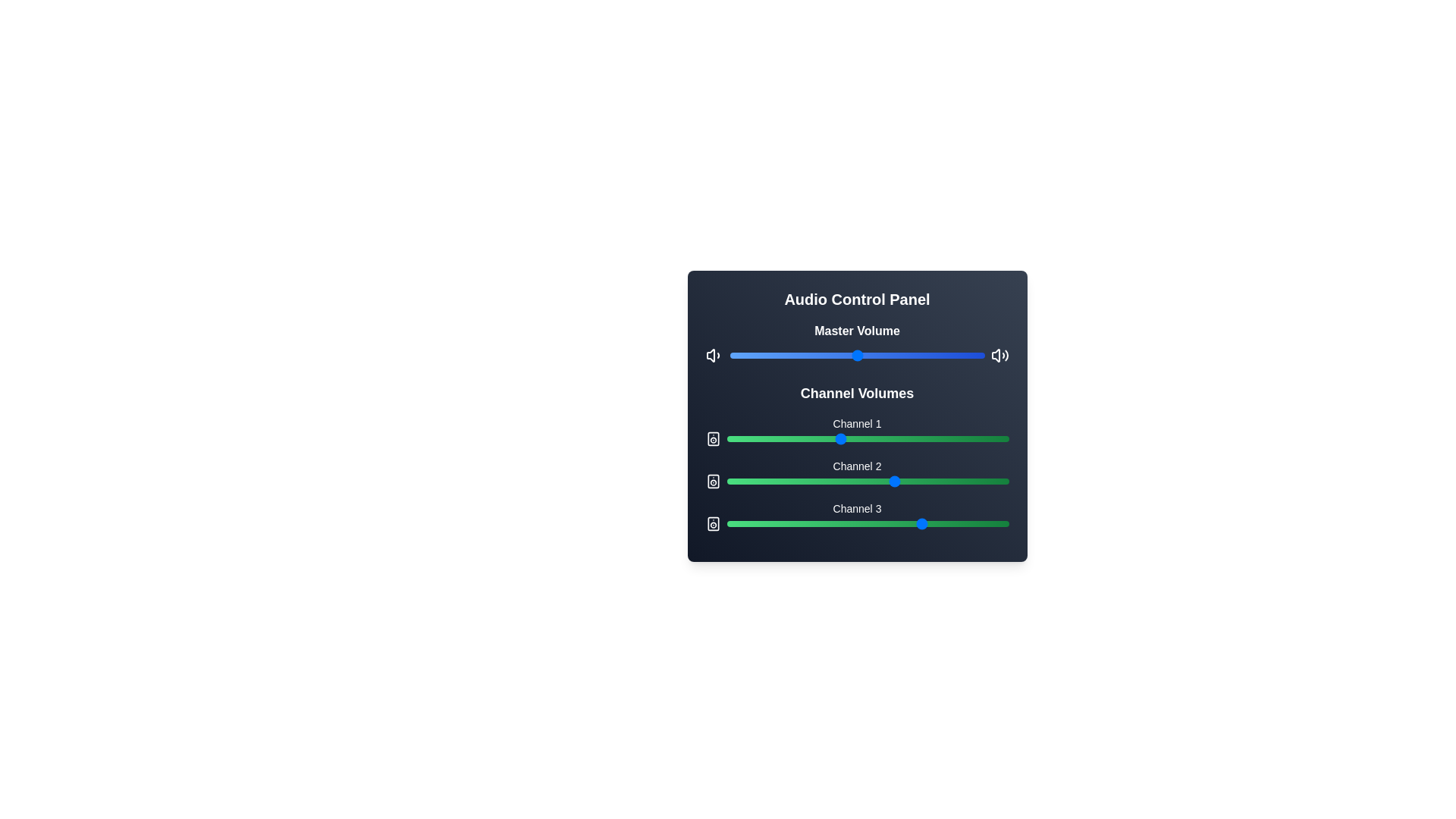 This screenshot has width=1456, height=819. Describe the element at coordinates (996, 356) in the screenshot. I see `the mute sound icon located near the top-right corner of the 'Master Volume' section` at that location.